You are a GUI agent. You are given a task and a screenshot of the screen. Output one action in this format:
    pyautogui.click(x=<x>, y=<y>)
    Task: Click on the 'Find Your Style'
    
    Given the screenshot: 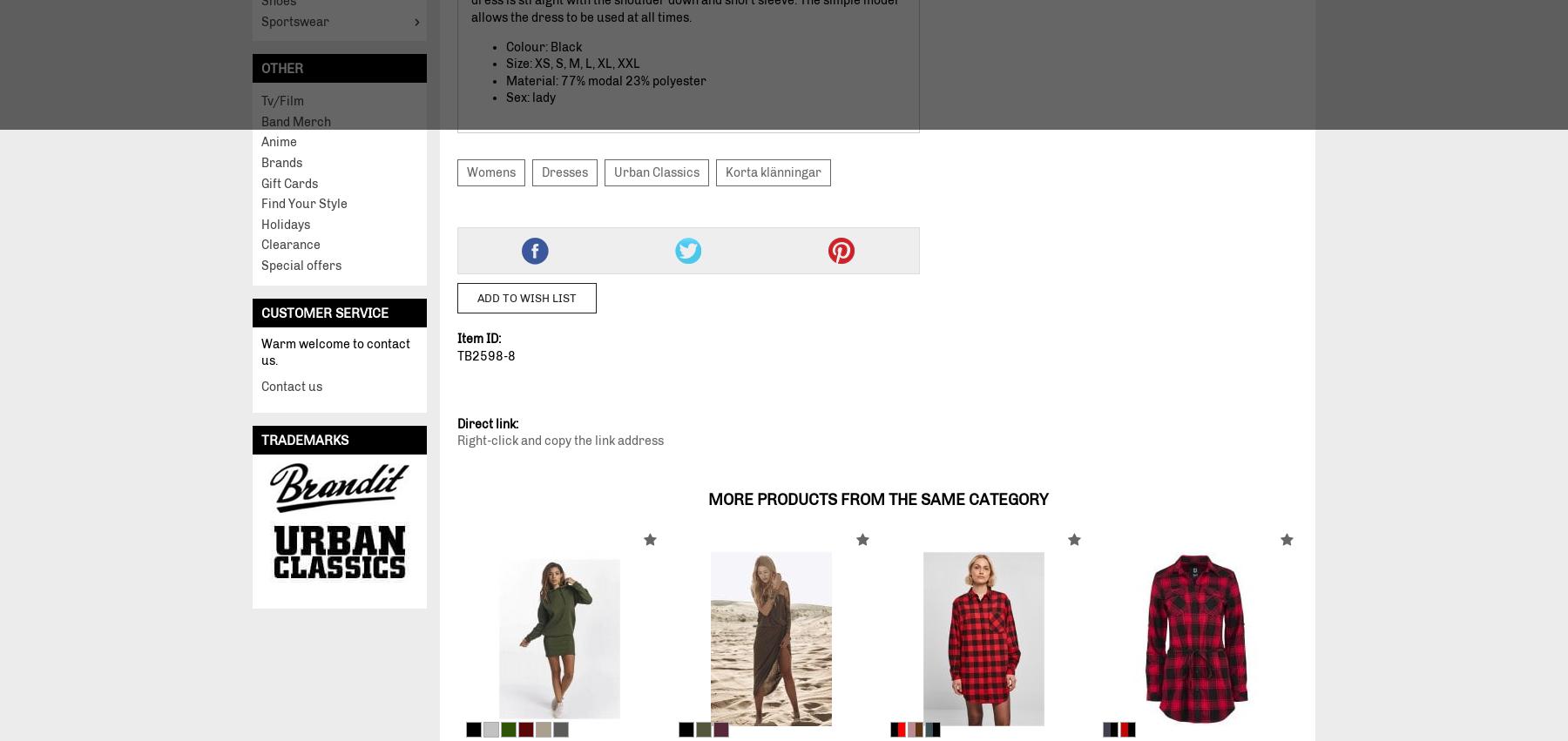 What is the action you would take?
    pyautogui.click(x=304, y=203)
    